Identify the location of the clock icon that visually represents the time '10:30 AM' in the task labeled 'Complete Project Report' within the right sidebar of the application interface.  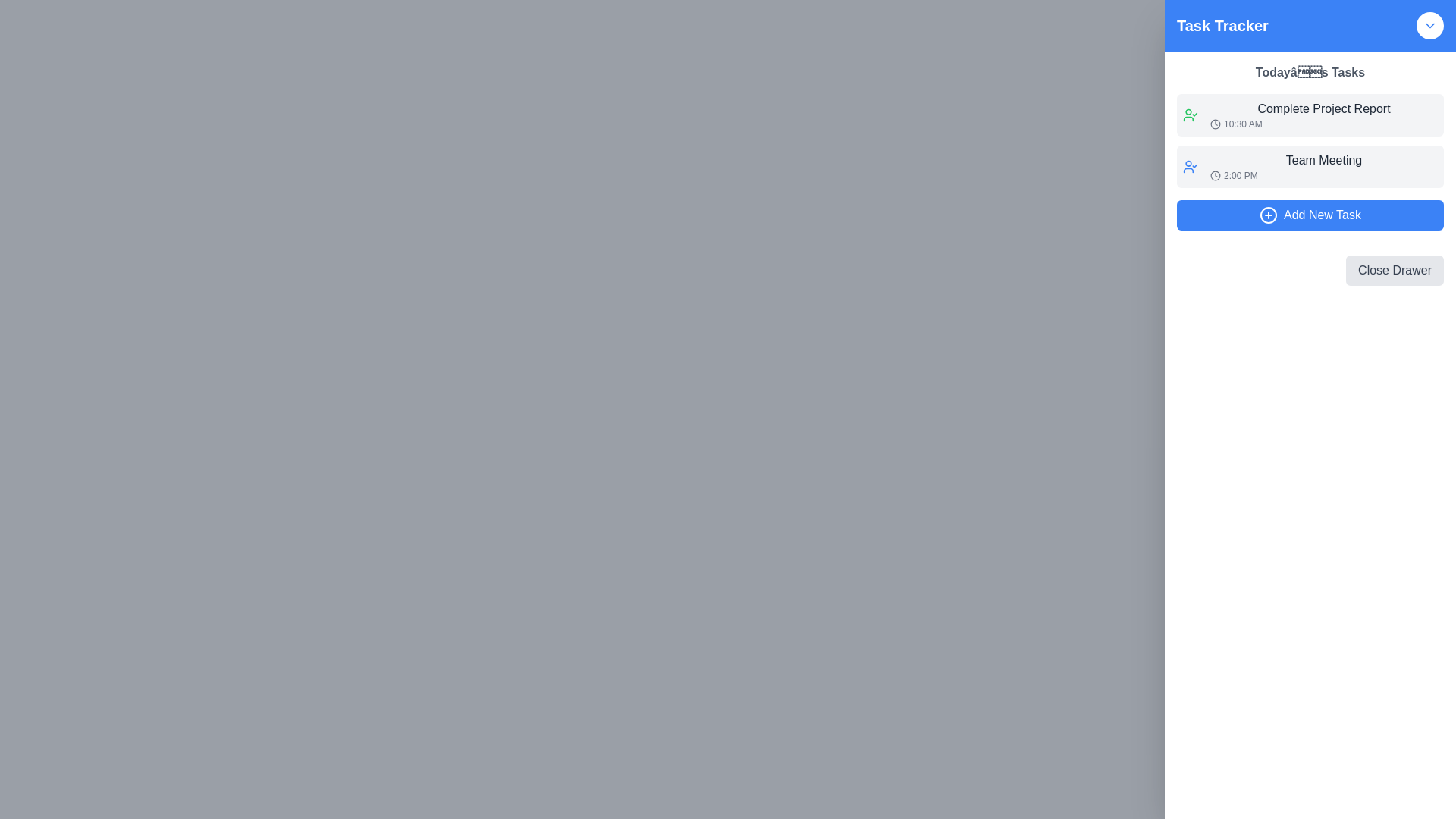
(1216, 124).